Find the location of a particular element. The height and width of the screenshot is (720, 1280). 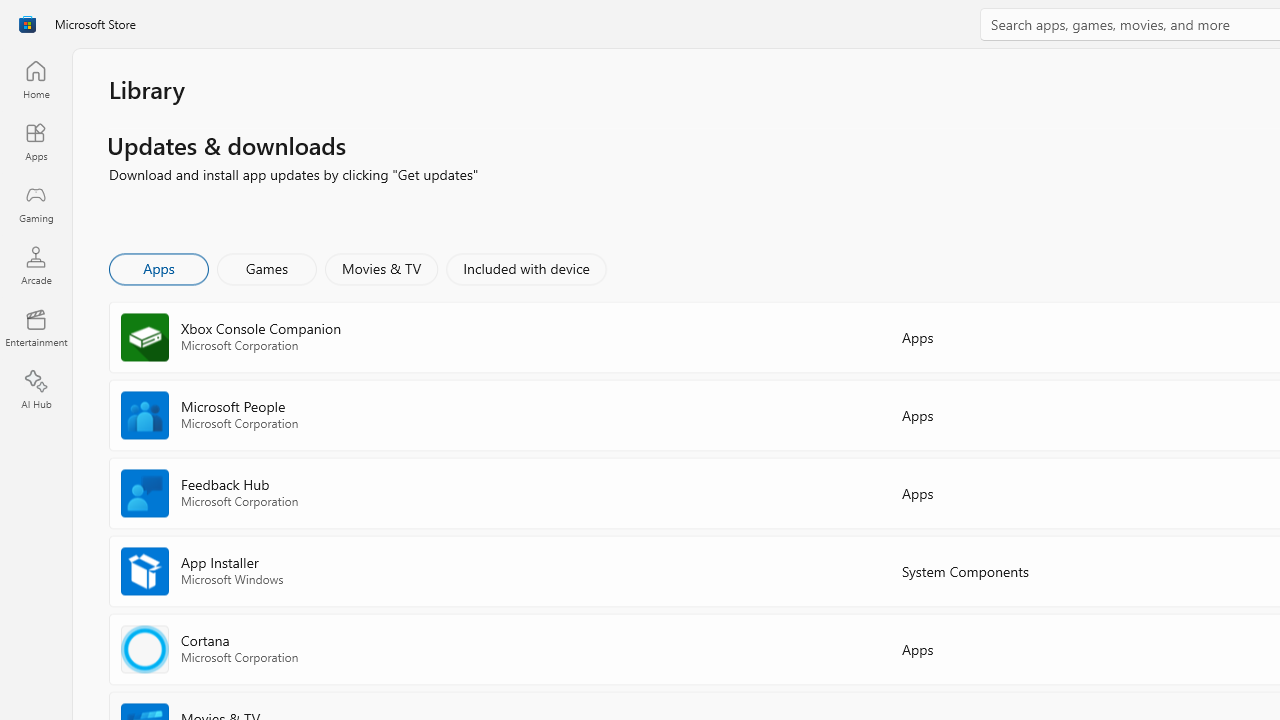

'Class: Image' is located at coordinates (27, 24).